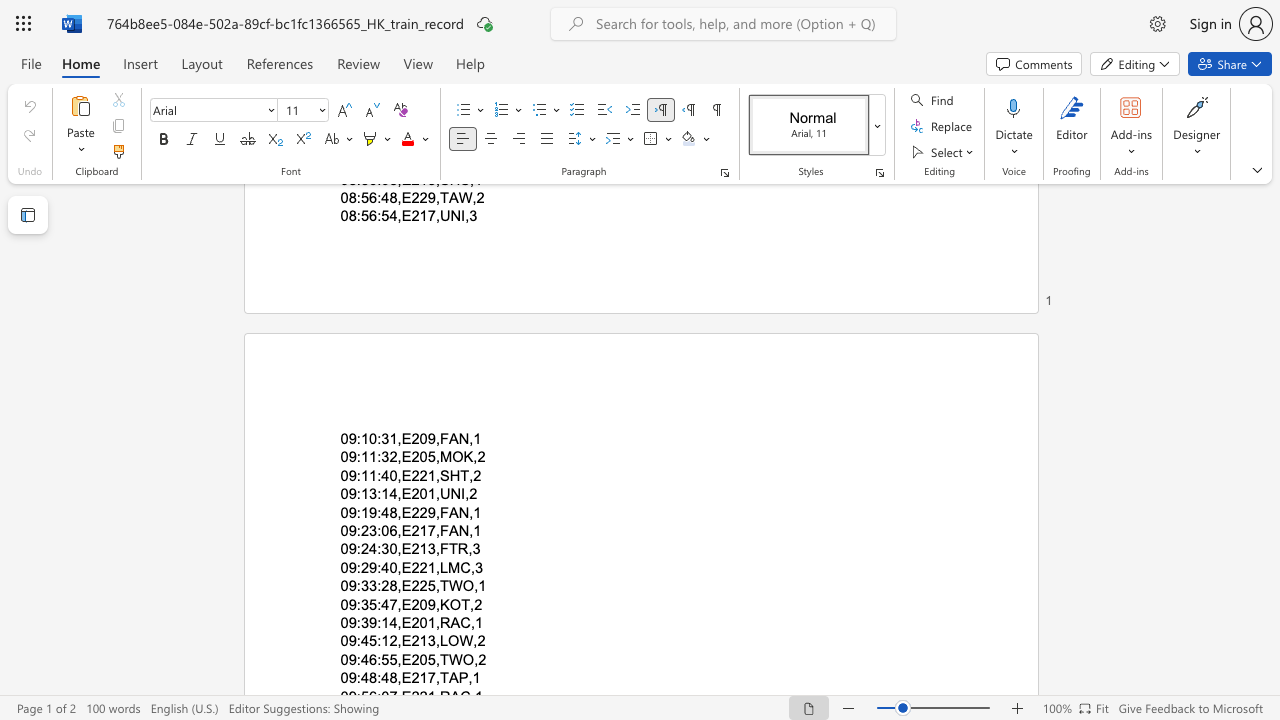 This screenshot has width=1280, height=720. Describe the element at coordinates (457, 437) in the screenshot. I see `the subset text "N," within the text "09:10:31,E209,FAN,1"` at that location.